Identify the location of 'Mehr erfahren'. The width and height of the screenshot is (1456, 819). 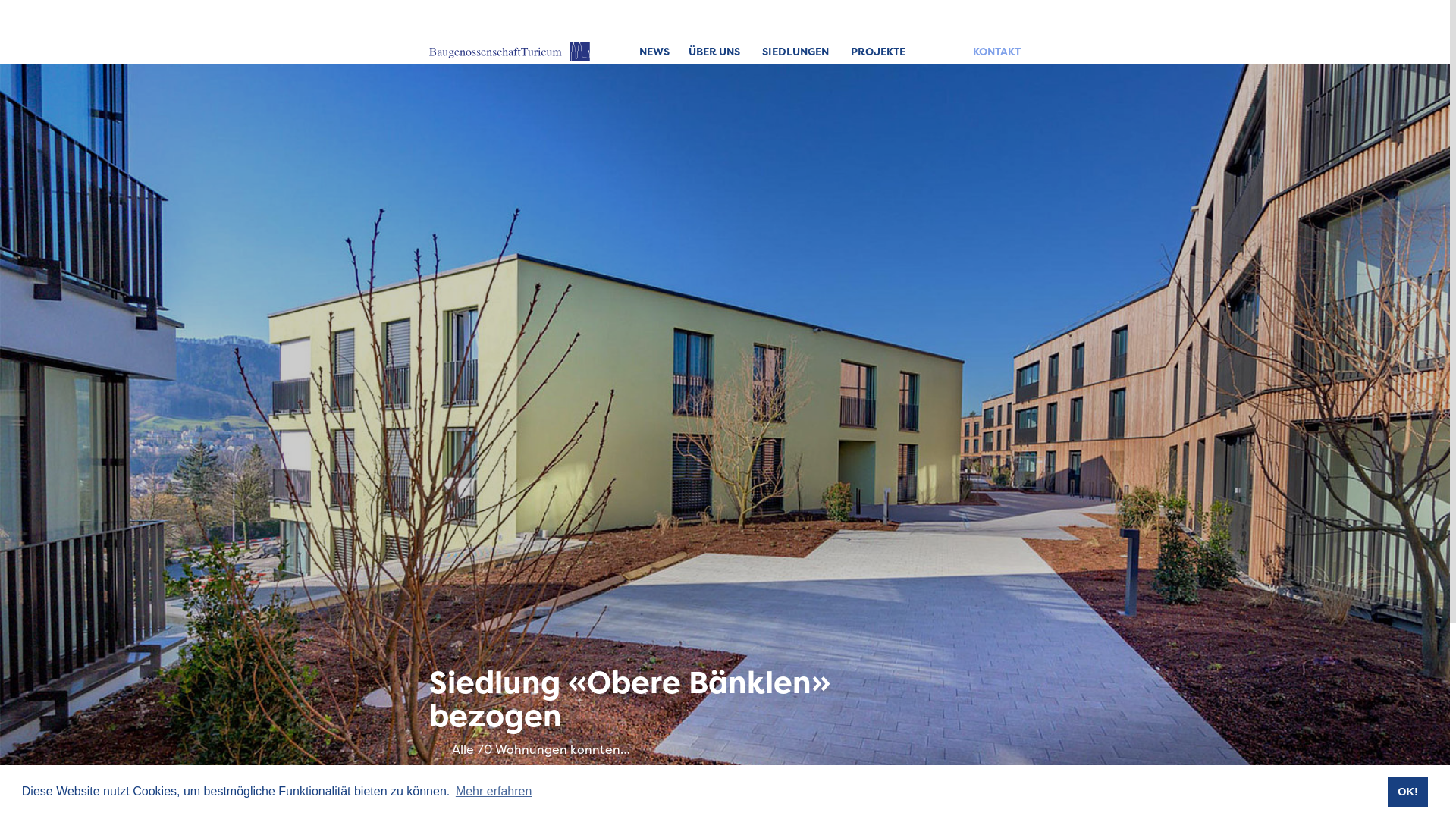
(453, 791).